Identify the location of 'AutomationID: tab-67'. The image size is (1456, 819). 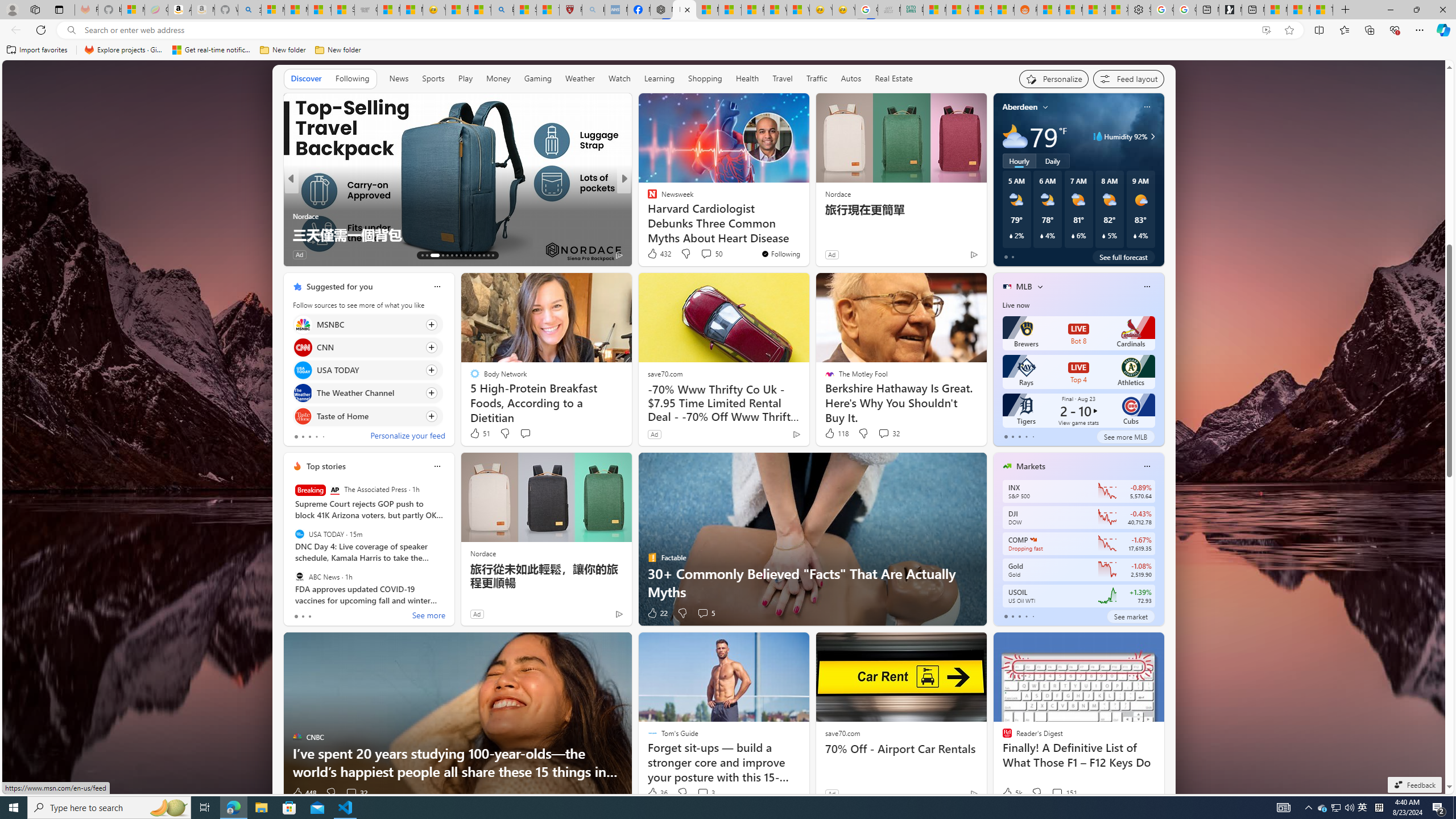
(427, 255).